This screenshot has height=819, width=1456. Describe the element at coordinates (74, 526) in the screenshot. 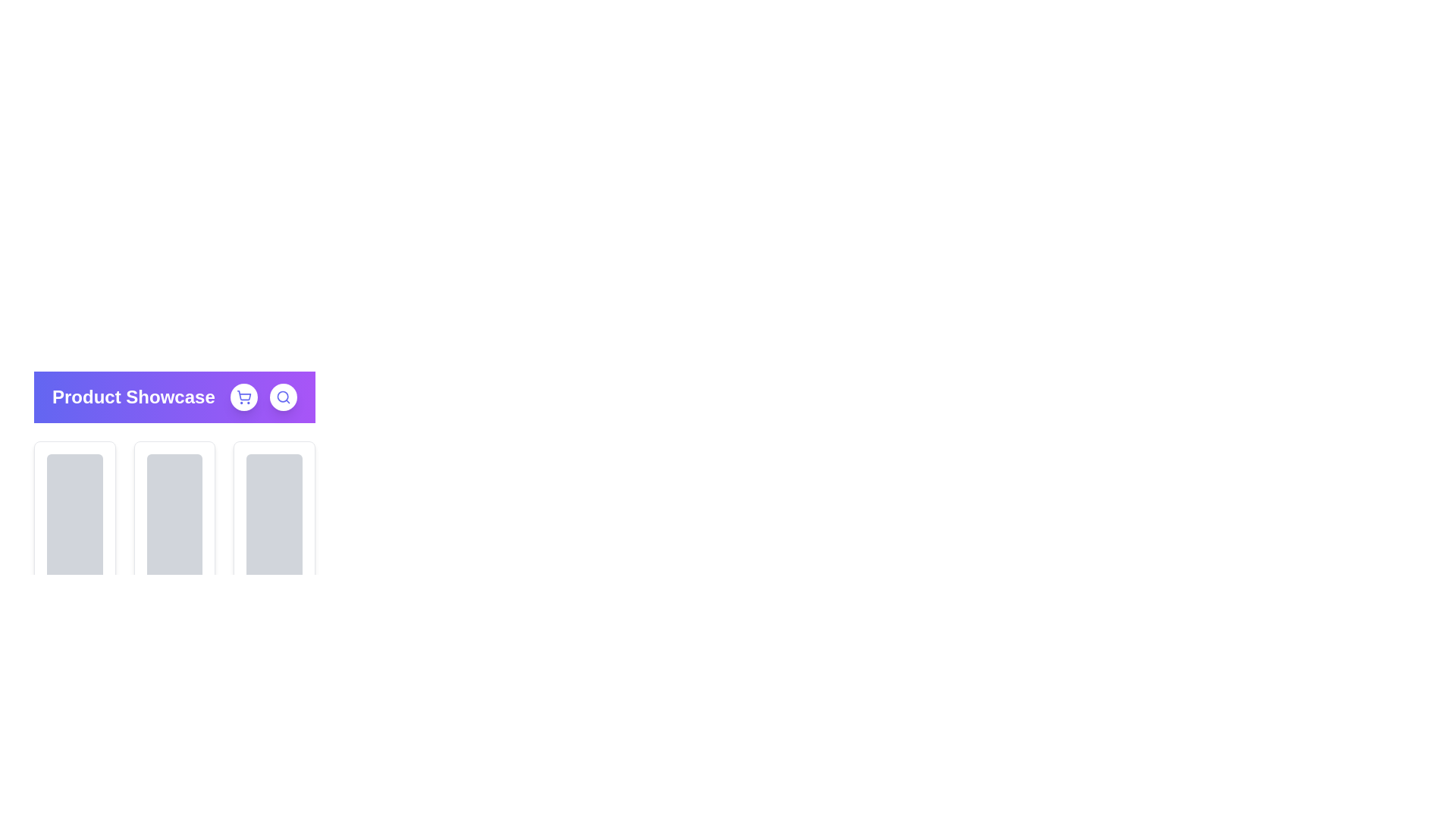

I see `the image placeholder located at the top of the product card, which is directly above the text 'Product 1'` at that location.